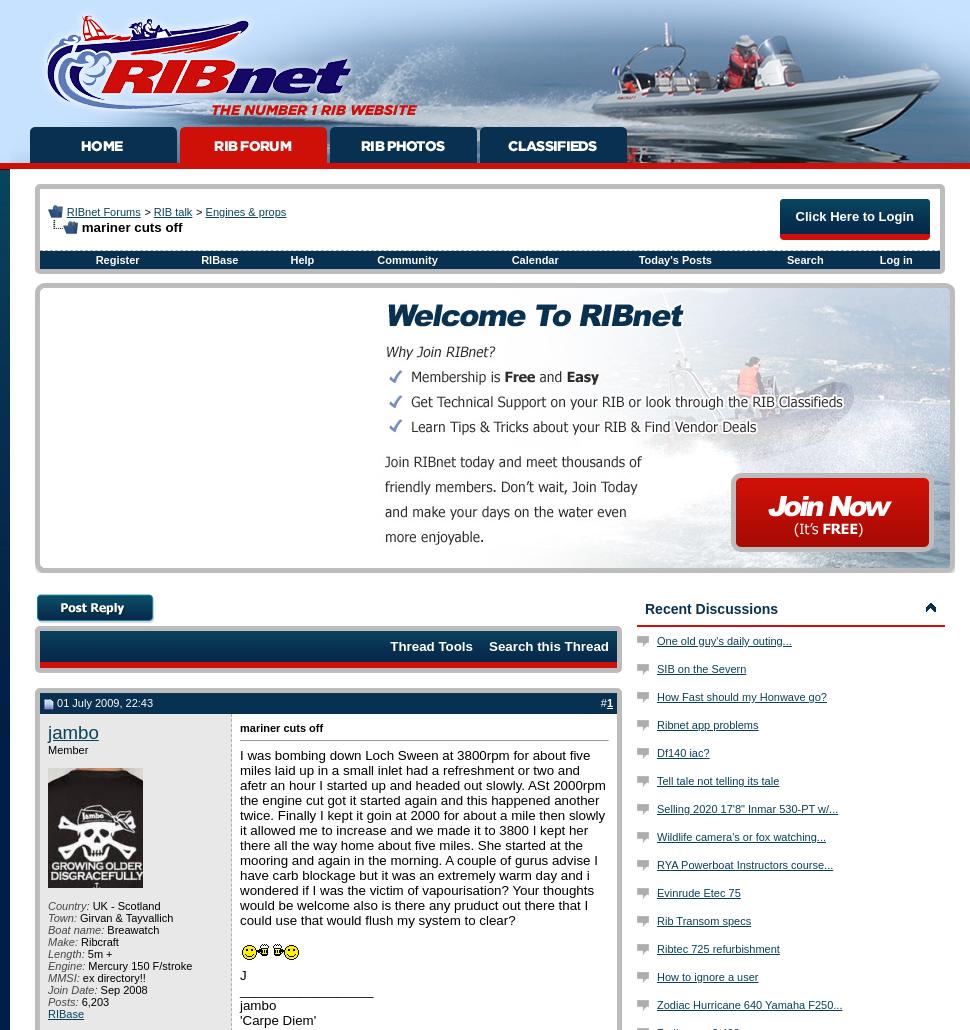 Image resolution: width=970 pixels, height=1030 pixels. What do you see at coordinates (75, 928) in the screenshot?
I see `'Boat name:'` at bounding box center [75, 928].